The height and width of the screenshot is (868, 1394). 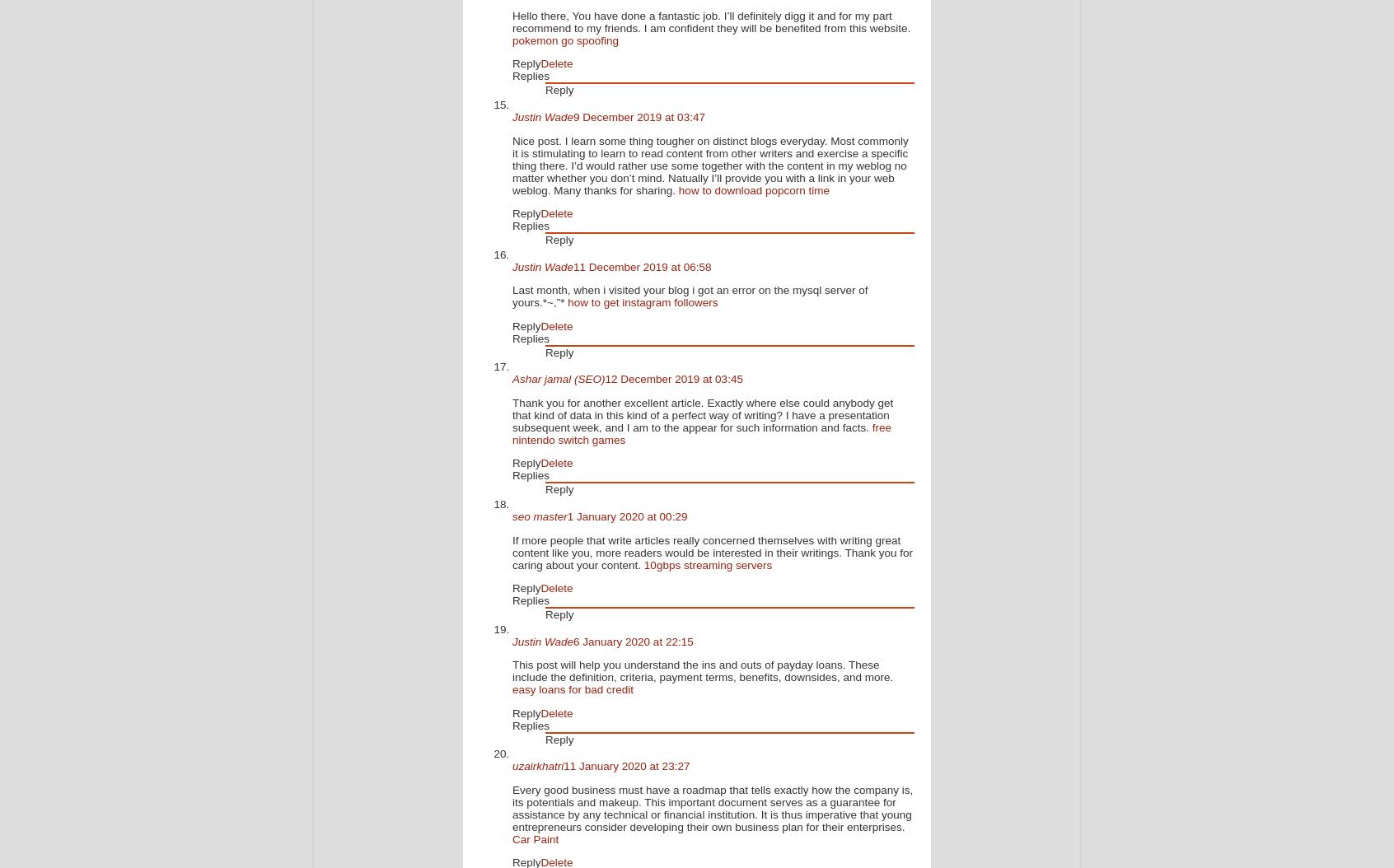 What do you see at coordinates (565, 40) in the screenshot?
I see `'pokemon go spoofing'` at bounding box center [565, 40].